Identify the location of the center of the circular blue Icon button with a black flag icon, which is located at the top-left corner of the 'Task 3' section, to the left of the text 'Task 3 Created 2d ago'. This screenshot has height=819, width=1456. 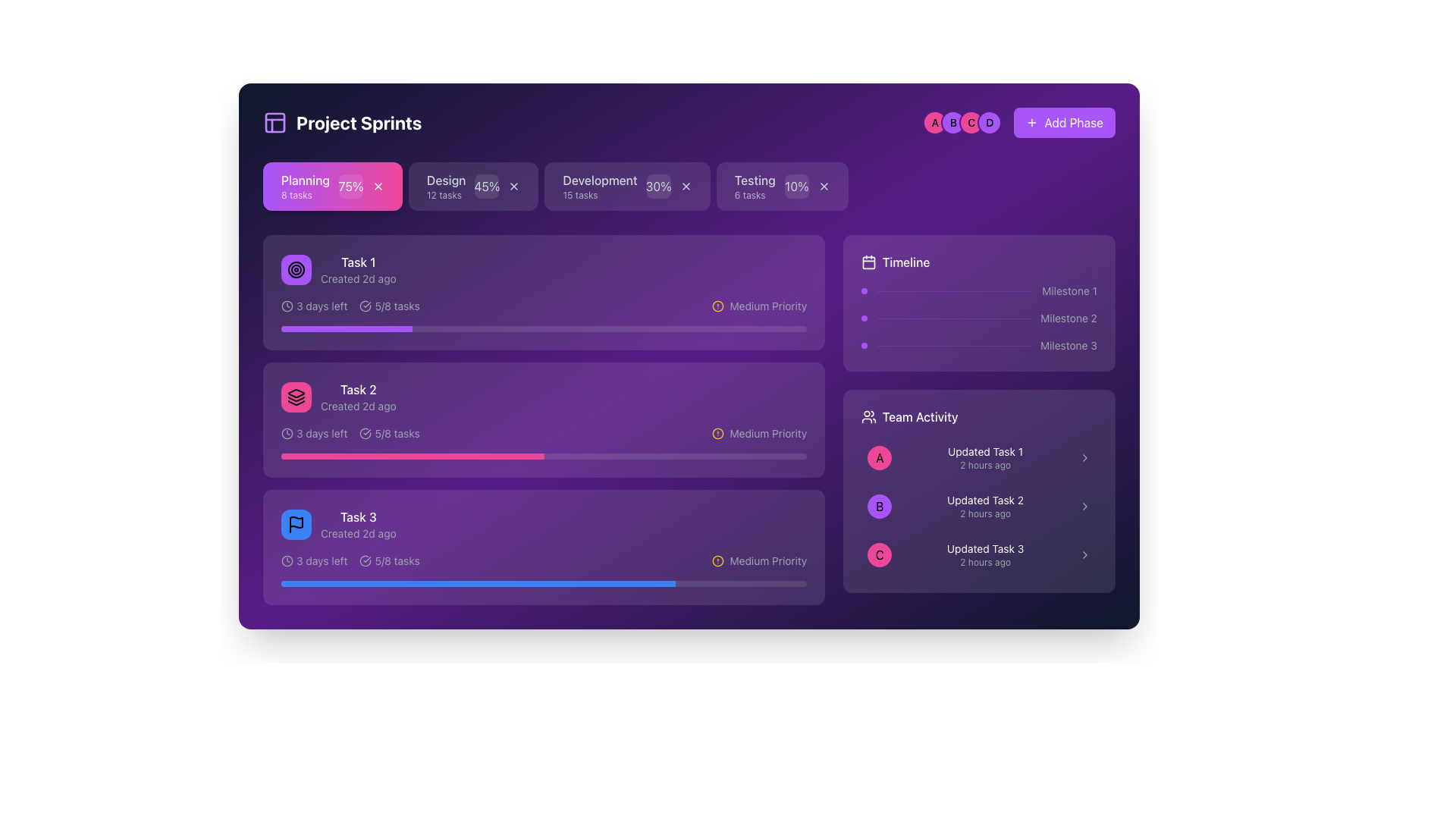
(296, 523).